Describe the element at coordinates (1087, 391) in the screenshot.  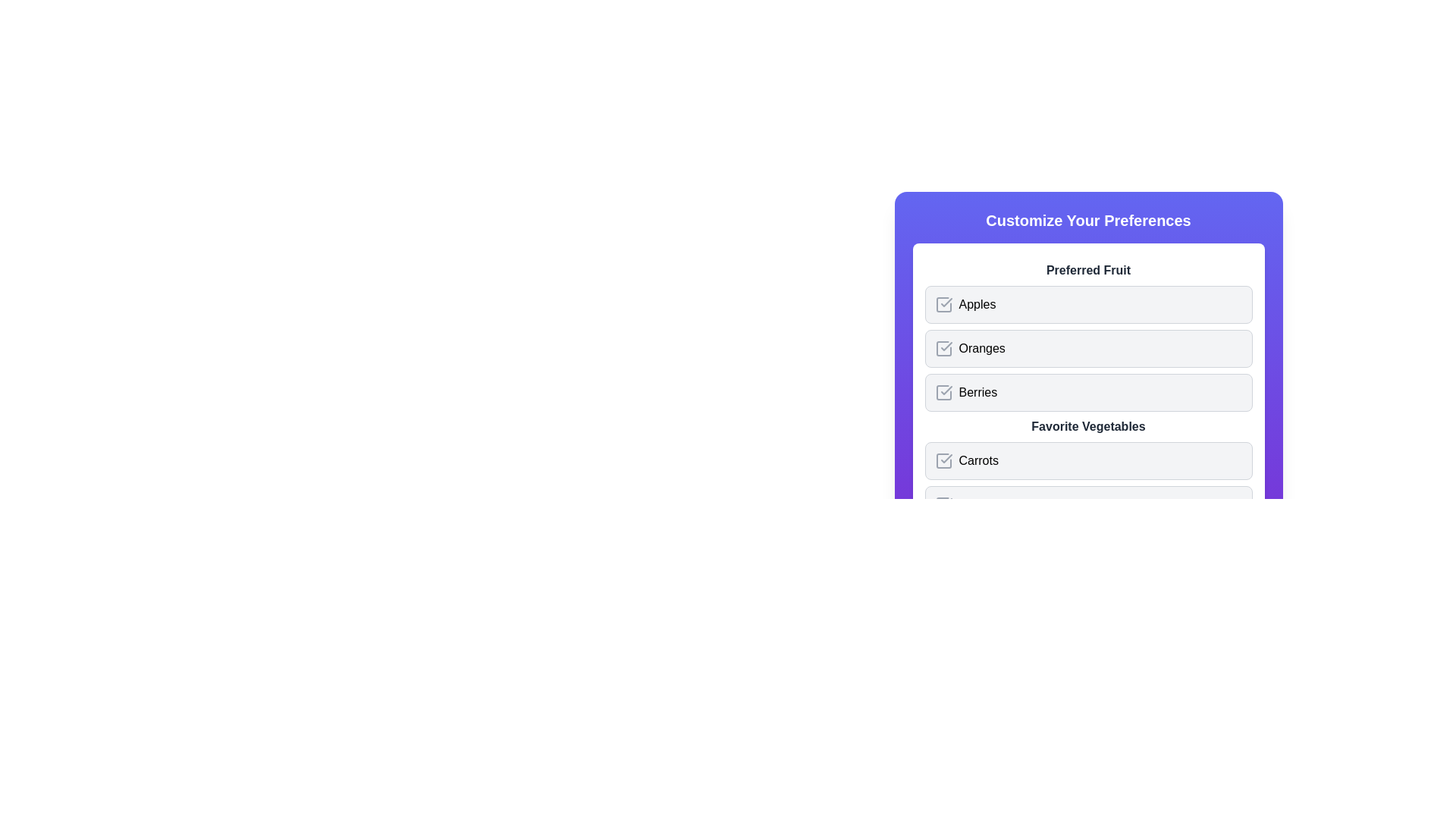
I see `the checkbox labeled 'Berries' for reordering within the 'Preferred Fruit' section` at that location.